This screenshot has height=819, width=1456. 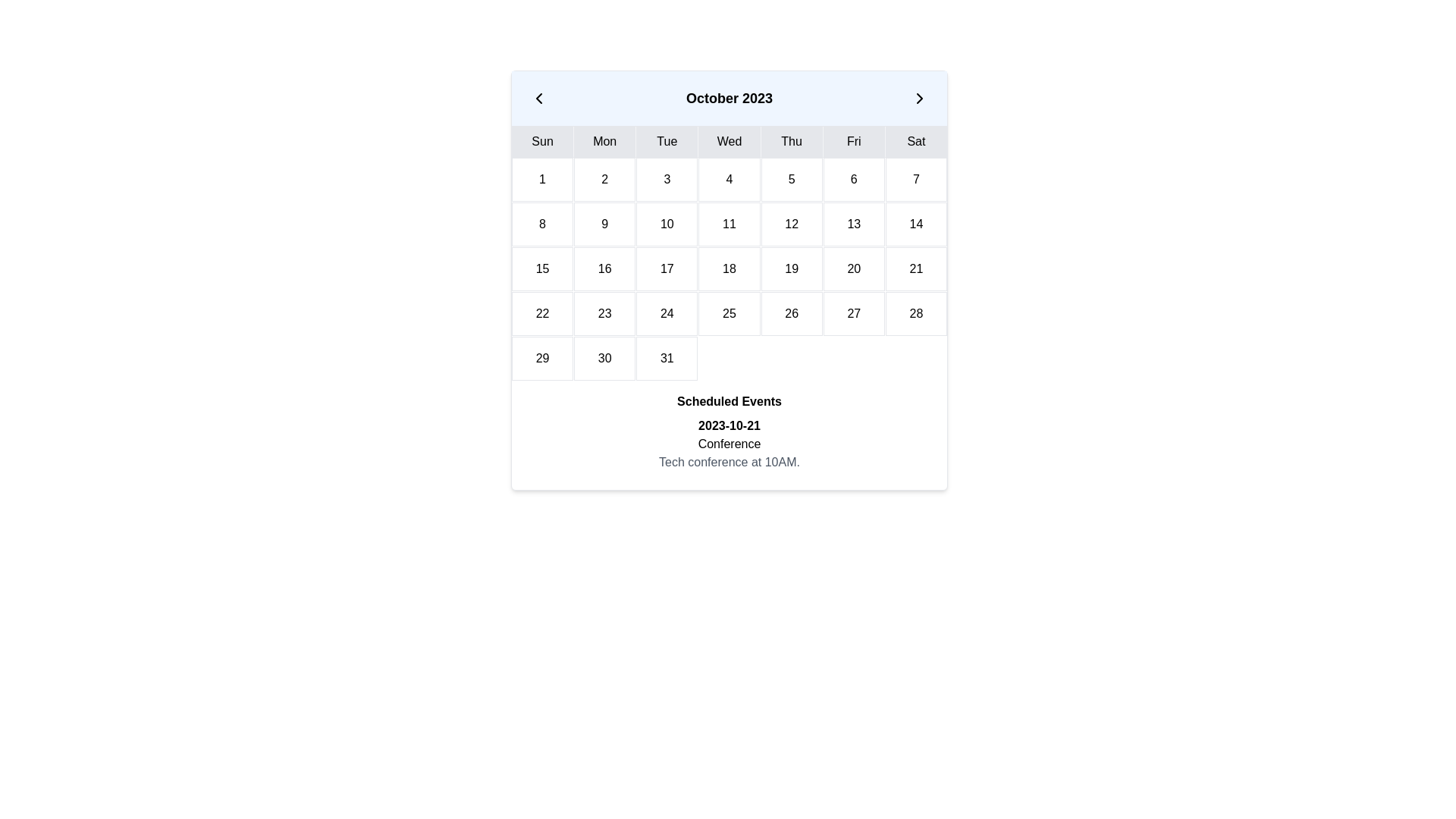 I want to click on the Date Cell for Thursday in the October 2023 calendar, so click(x=791, y=178).